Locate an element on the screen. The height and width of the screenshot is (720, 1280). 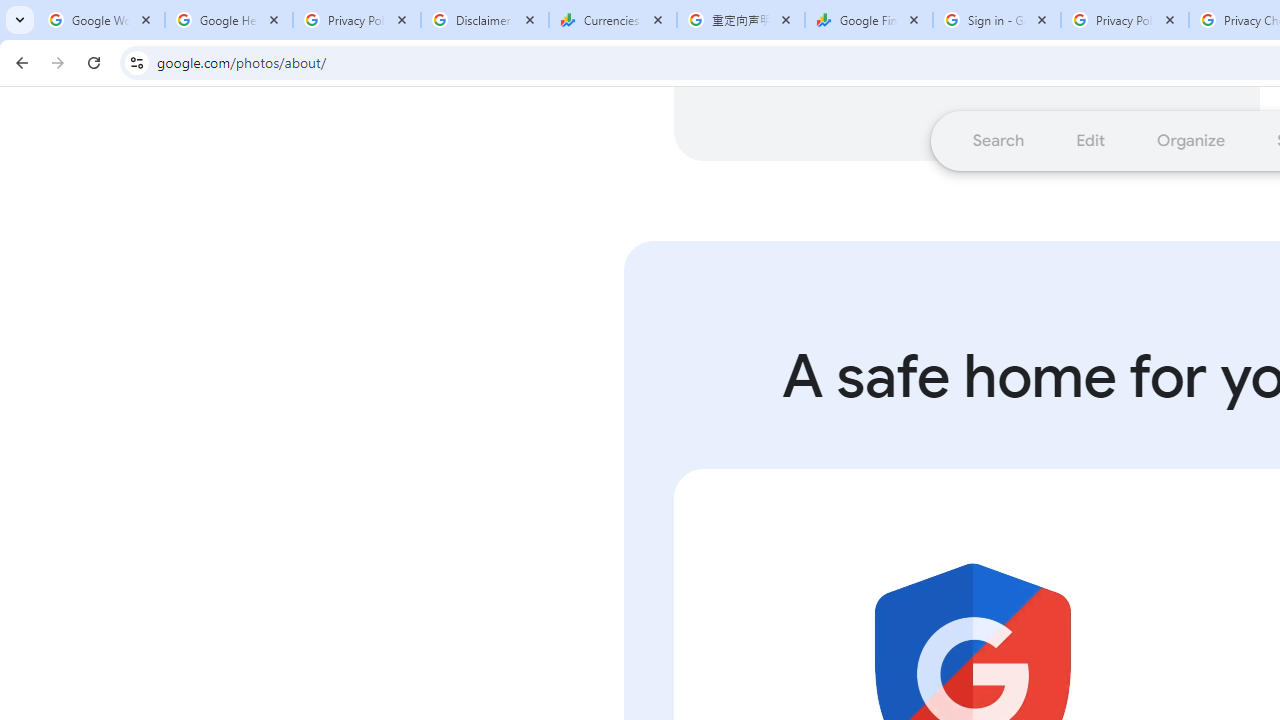
'Go to section: Edit' is located at coordinates (1089, 139).